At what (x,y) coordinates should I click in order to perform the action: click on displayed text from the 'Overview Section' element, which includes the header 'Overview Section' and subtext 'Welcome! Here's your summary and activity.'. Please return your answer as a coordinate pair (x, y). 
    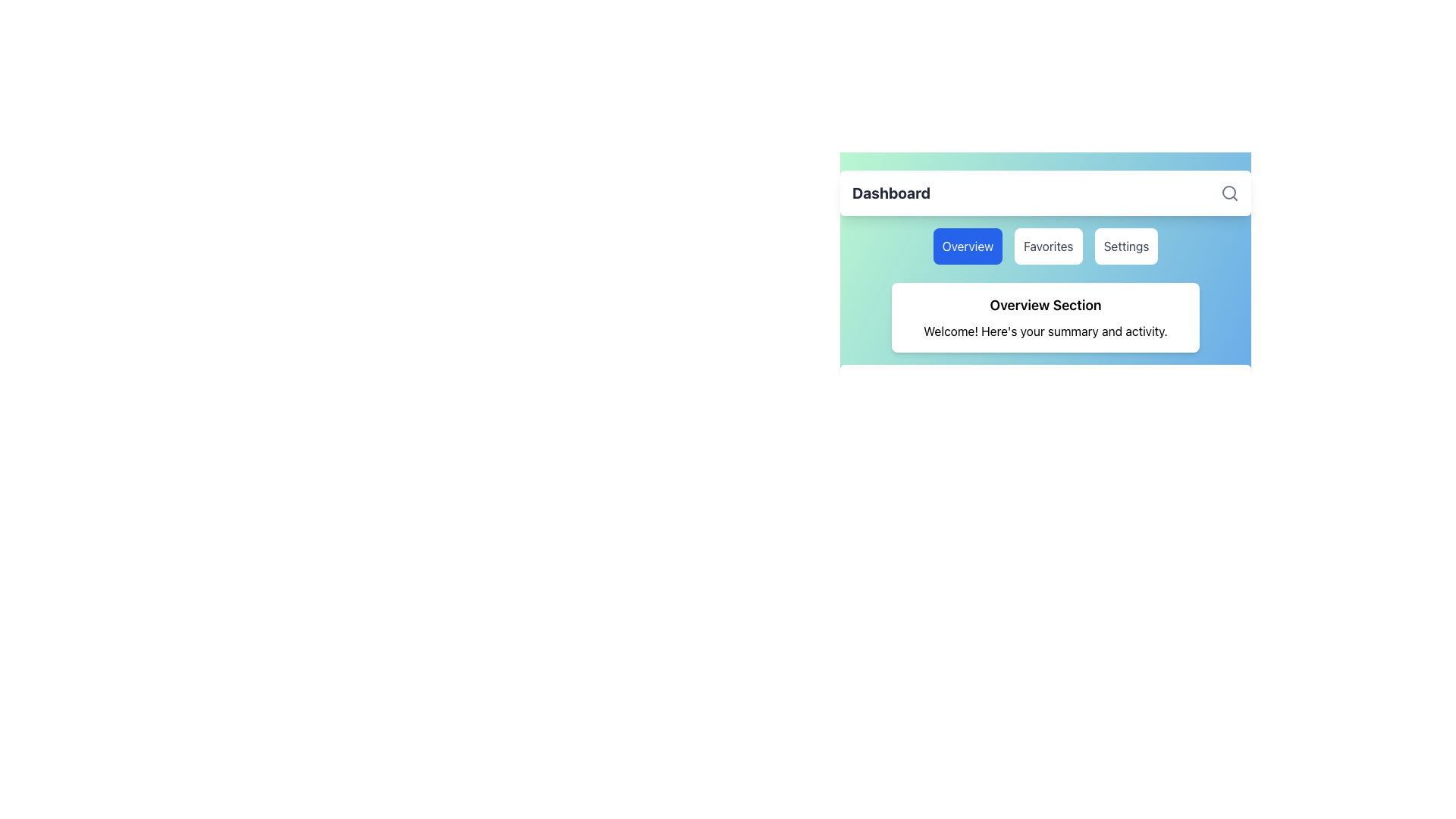
    Looking at the image, I should click on (1044, 317).